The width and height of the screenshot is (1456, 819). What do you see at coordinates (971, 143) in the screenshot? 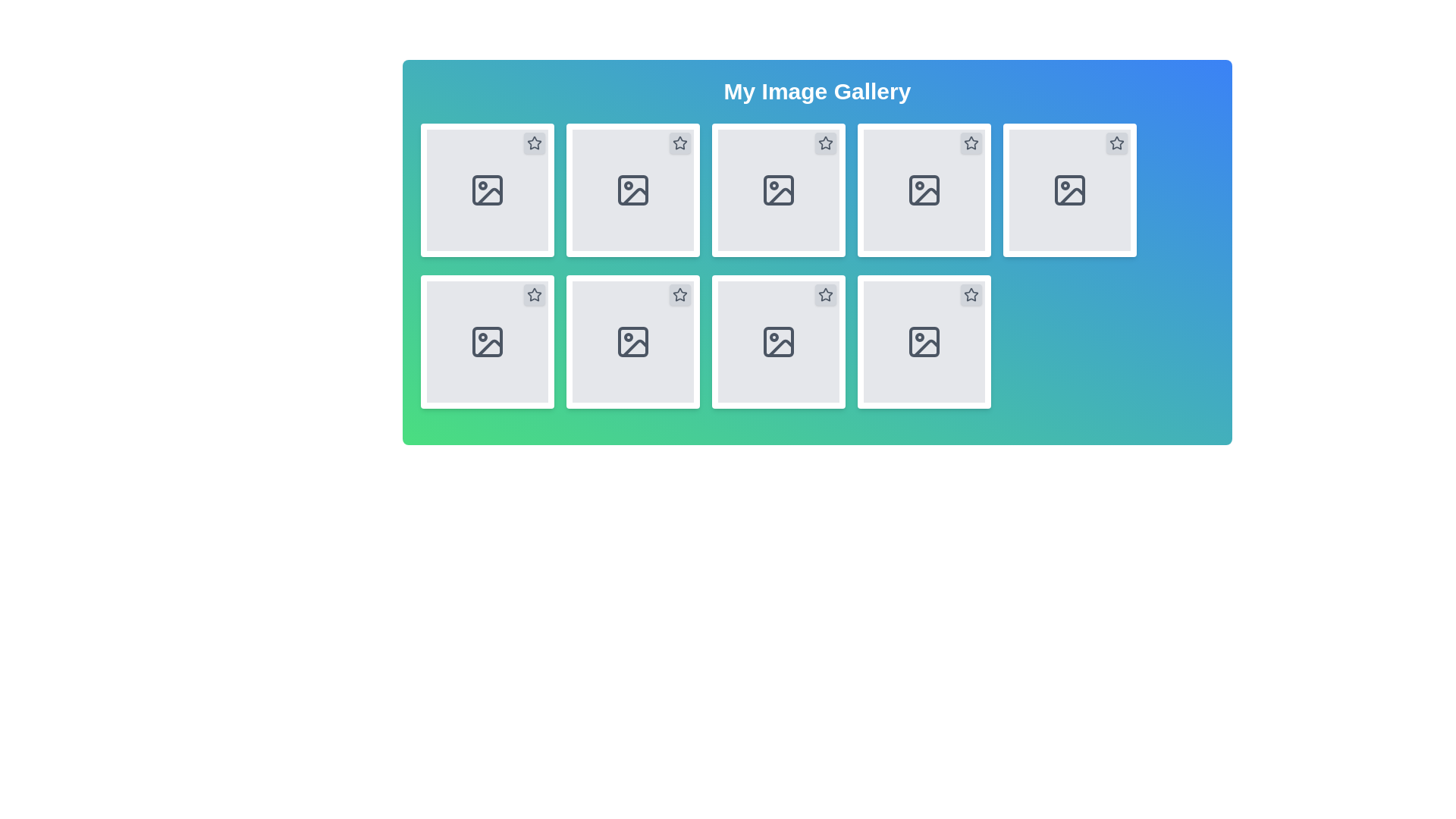
I see `the star-shaped icon in the top row of a 3x4 grid layout` at bounding box center [971, 143].